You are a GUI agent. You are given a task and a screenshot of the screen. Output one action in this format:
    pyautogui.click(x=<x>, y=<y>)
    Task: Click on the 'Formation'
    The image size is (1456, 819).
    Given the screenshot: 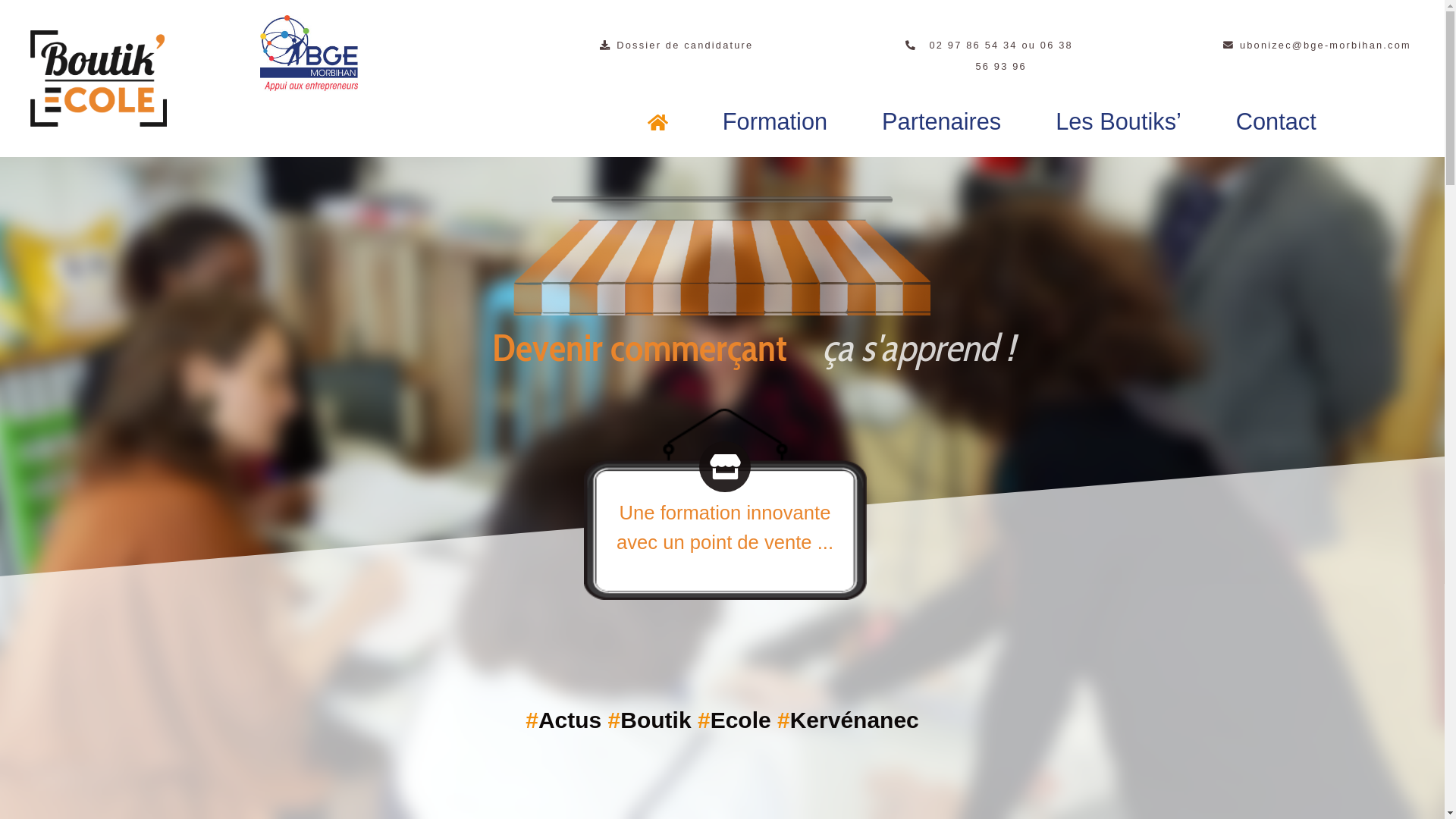 What is the action you would take?
    pyautogui.click(x=775, y=121)
    